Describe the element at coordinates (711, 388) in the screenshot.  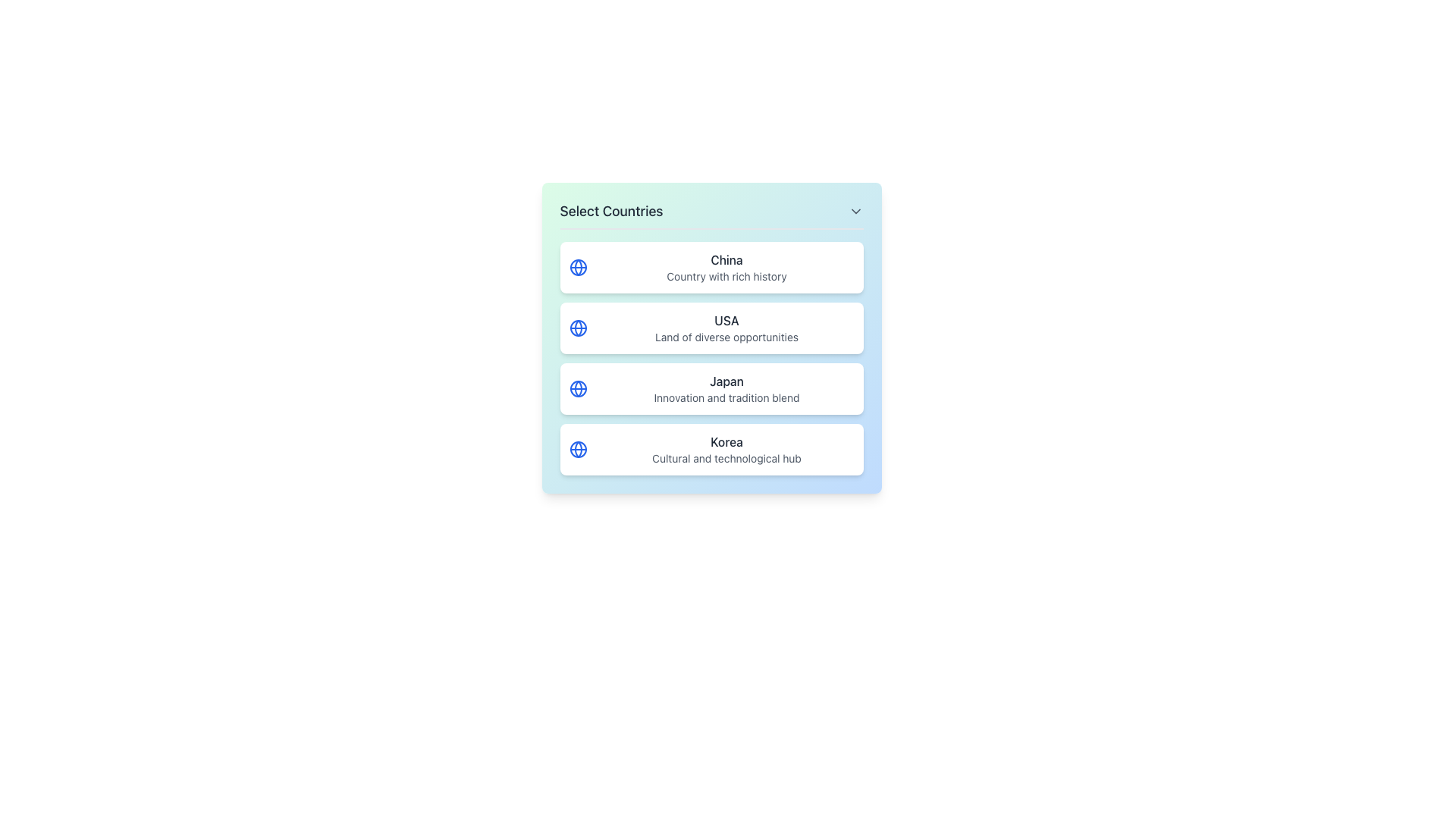
I see `the selectable card displaying 'Japan' with a globe icon, which is the third option in the 'Select Countries' layout` at that location.